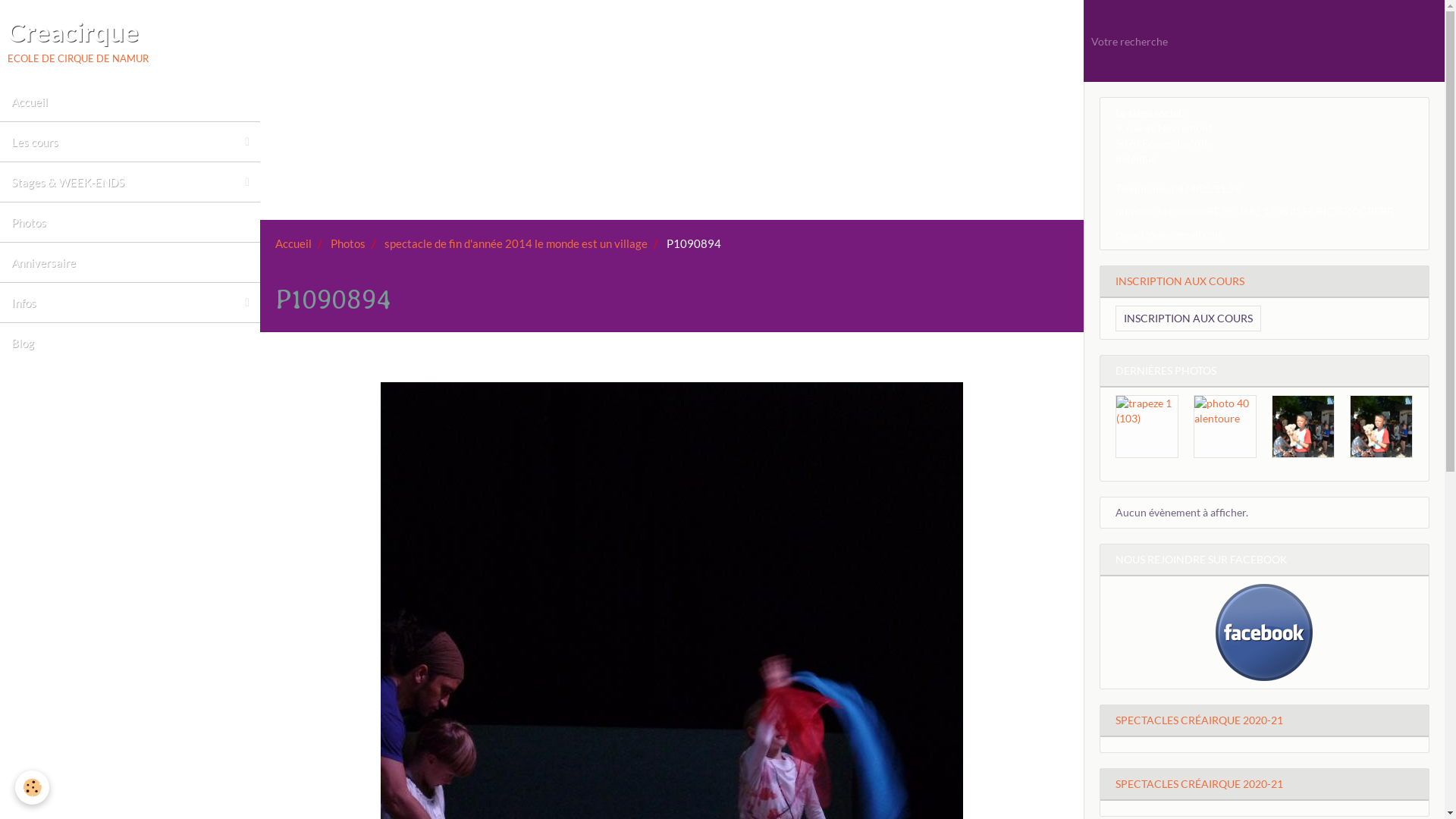  I want to click on 'Infos', so click(130, 302).